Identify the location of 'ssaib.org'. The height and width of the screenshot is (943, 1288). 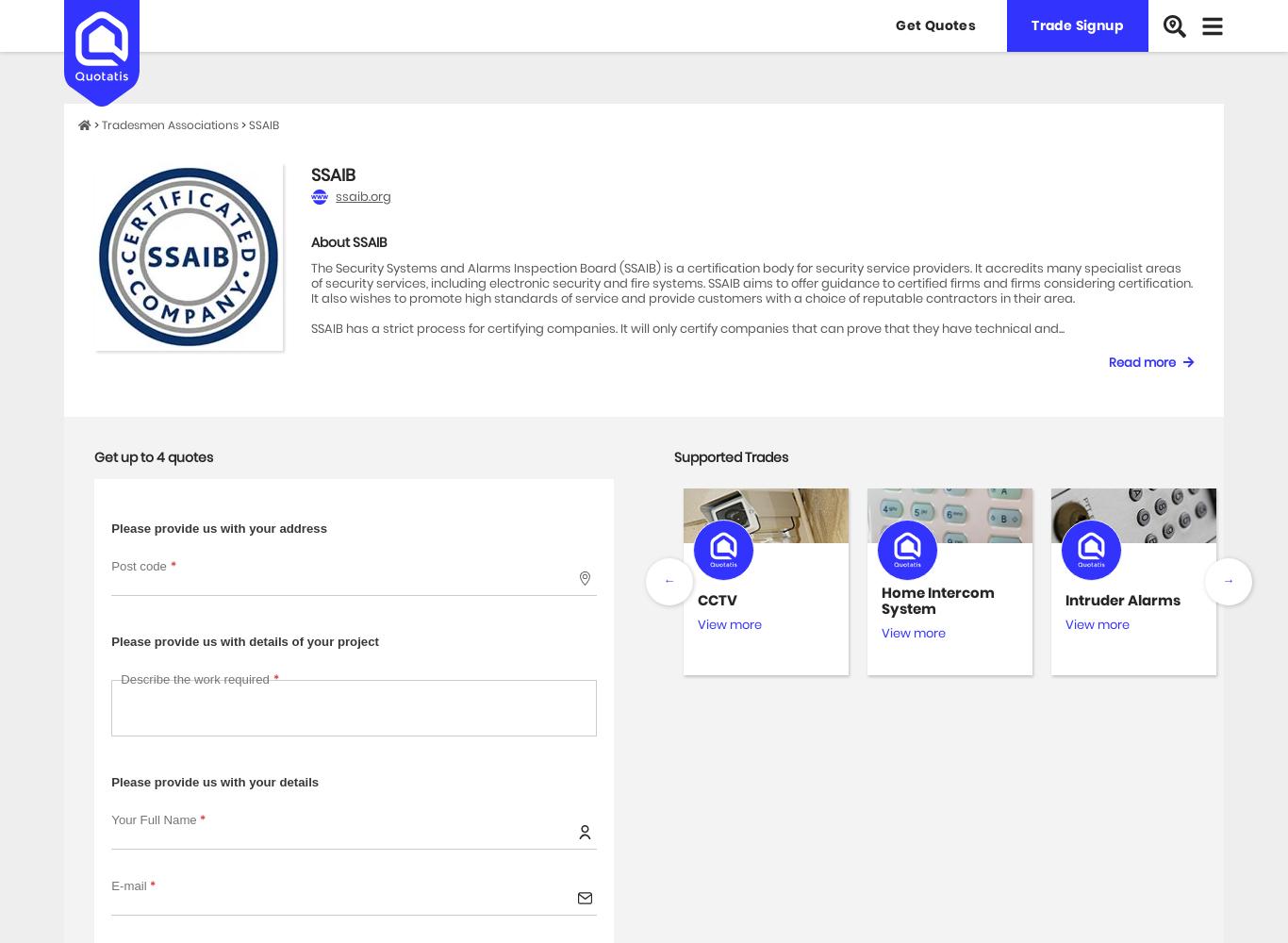
(362, 195).